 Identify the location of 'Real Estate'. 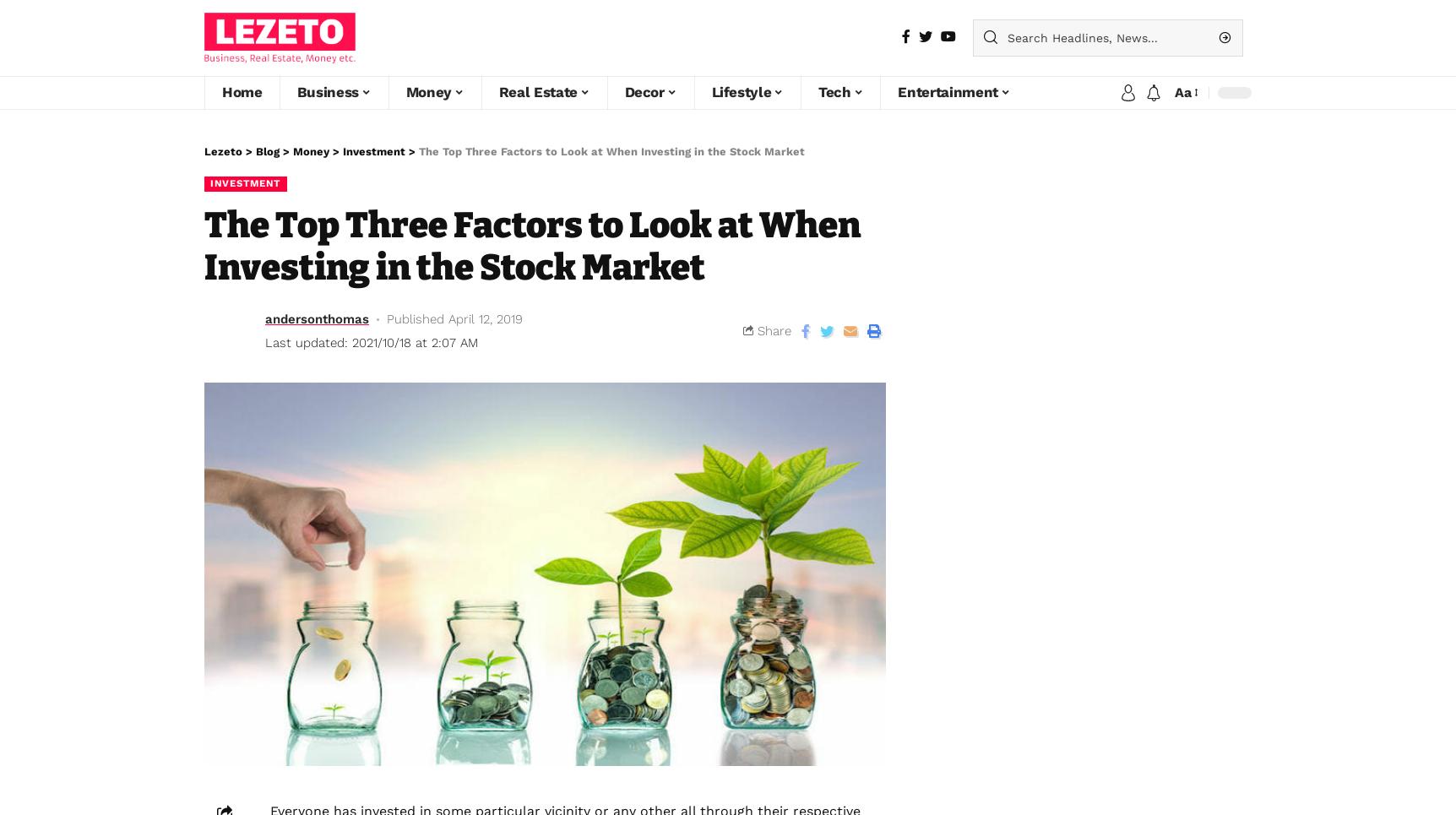
(537, 91).